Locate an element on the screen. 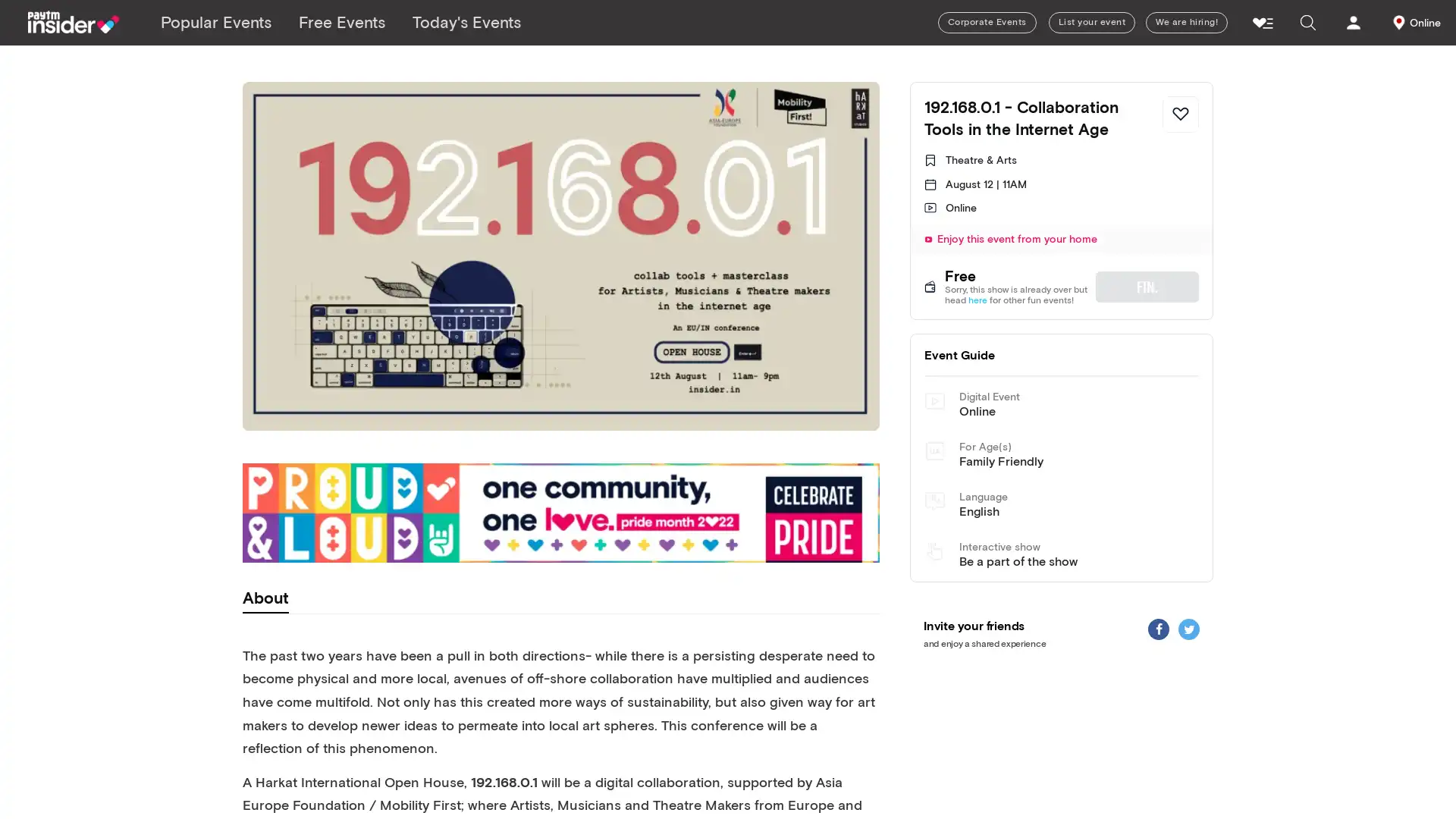 This screenshot has height=819, width=1456. FIN. is located at coordinates (1147, 286).